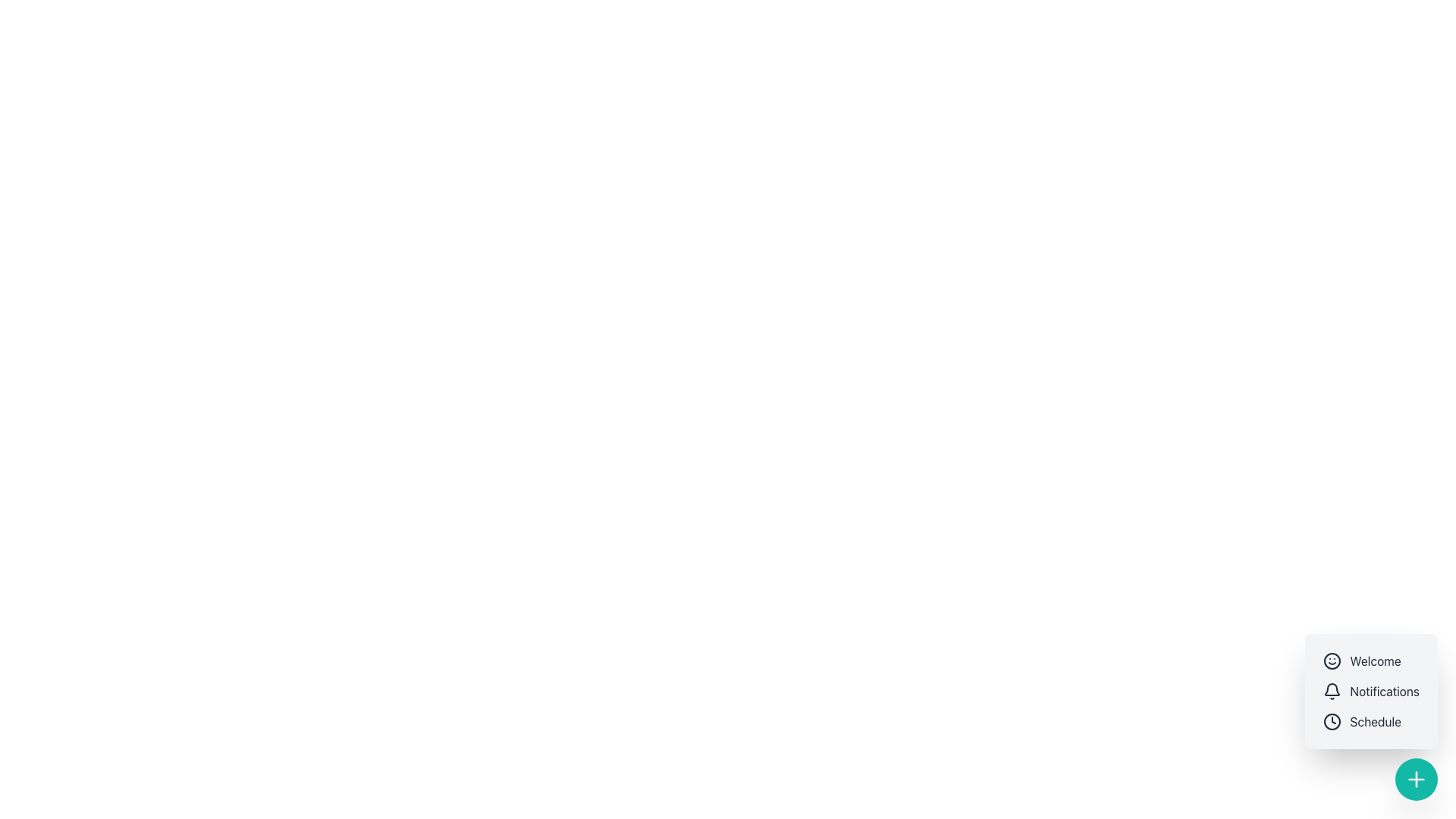  Describe the element at coordinates (1362, 721) in the screenshot. I see `the scheduling button located in the bottom right of the interface, which is the third item in a vertical menu containing 'Welcome' and 'Notifications'` at that location.